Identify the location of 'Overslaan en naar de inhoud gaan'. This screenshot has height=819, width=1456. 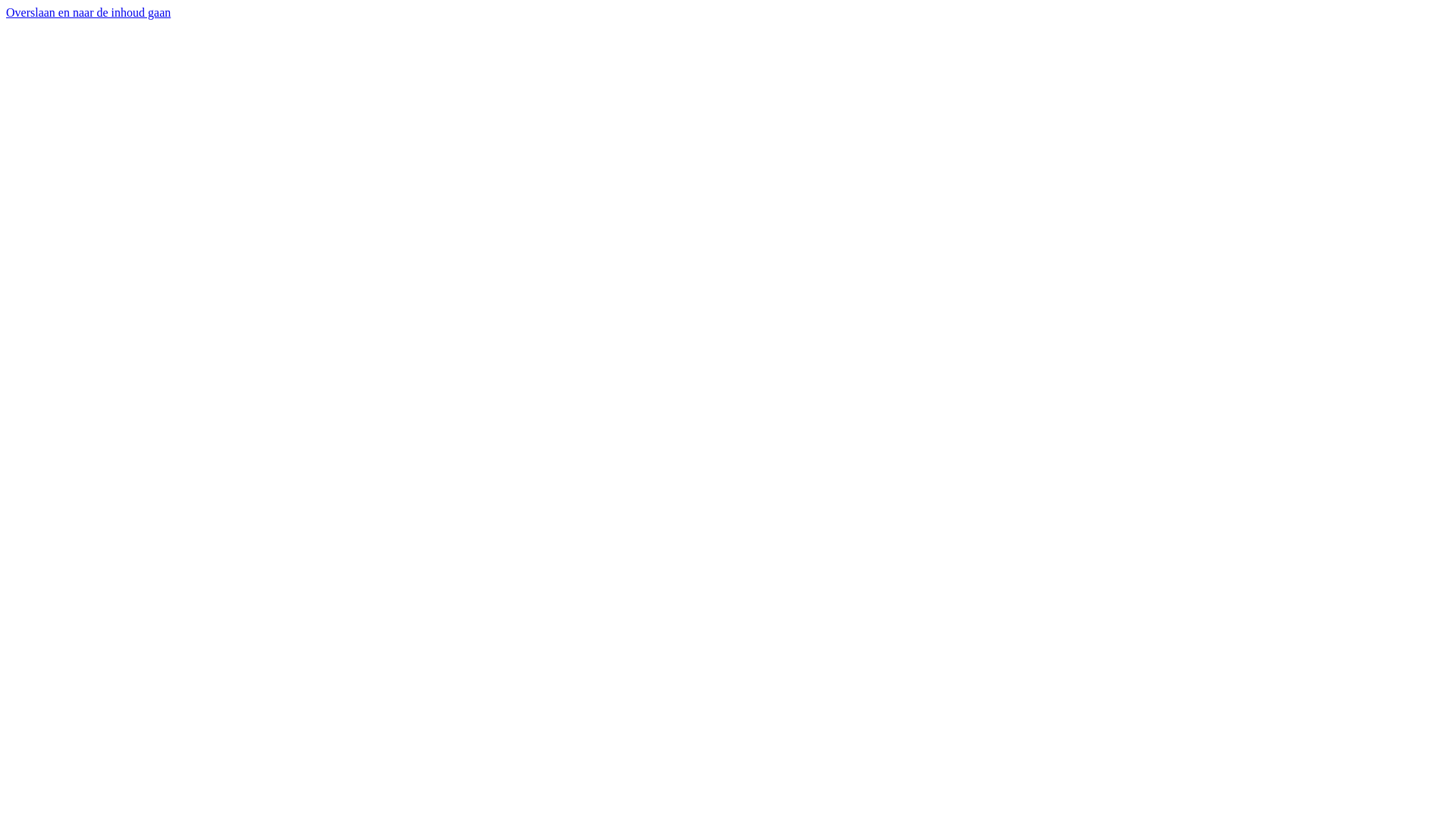
(87, 12).